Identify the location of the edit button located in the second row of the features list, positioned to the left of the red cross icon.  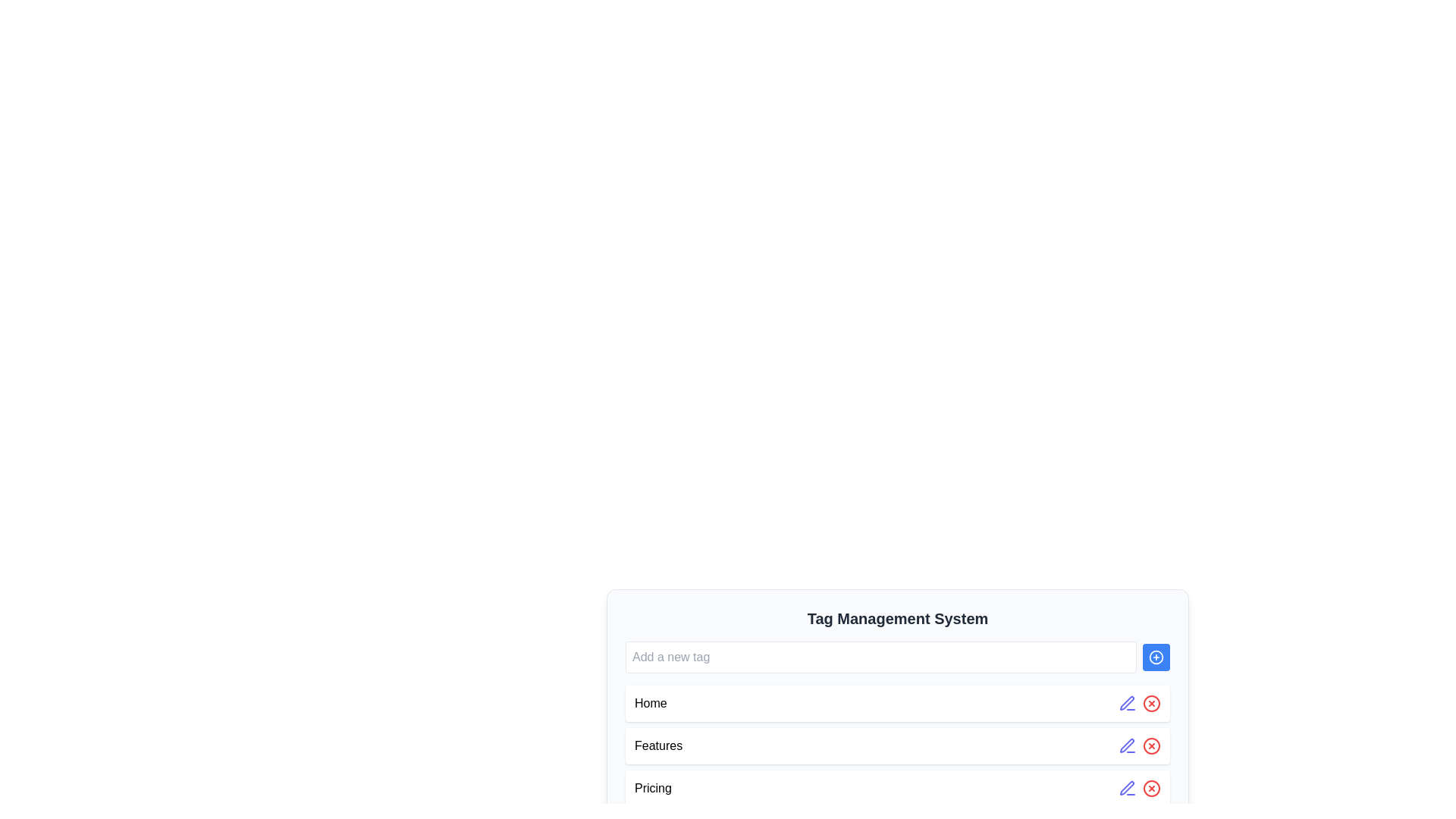
(1128, 704).